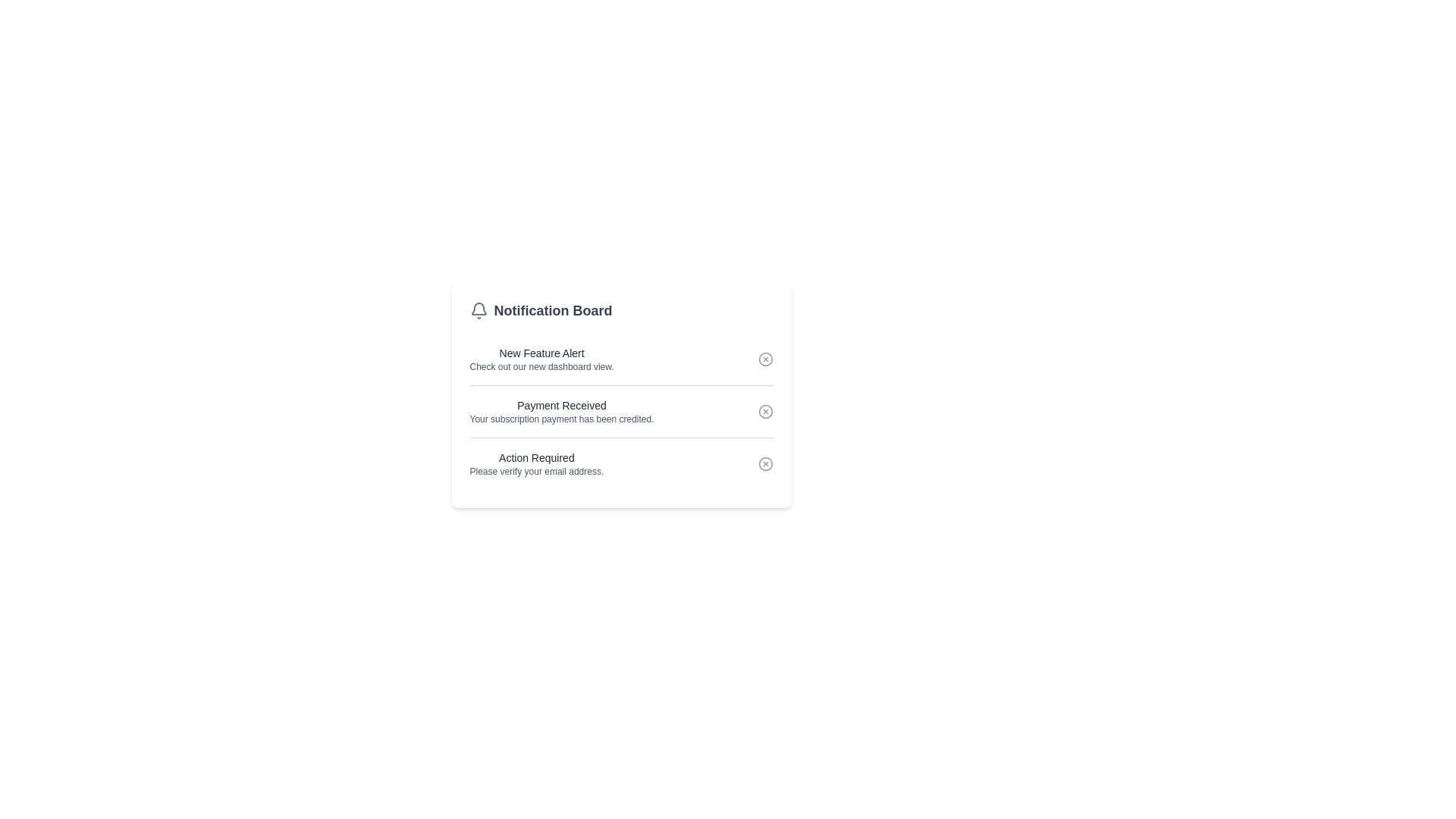  What do you see at coordinates (765, 359) in the screenshot?
I see `the circle icon in the delete button of the first row in the 'Notification Board' UI` at bounding box center [765, 359].